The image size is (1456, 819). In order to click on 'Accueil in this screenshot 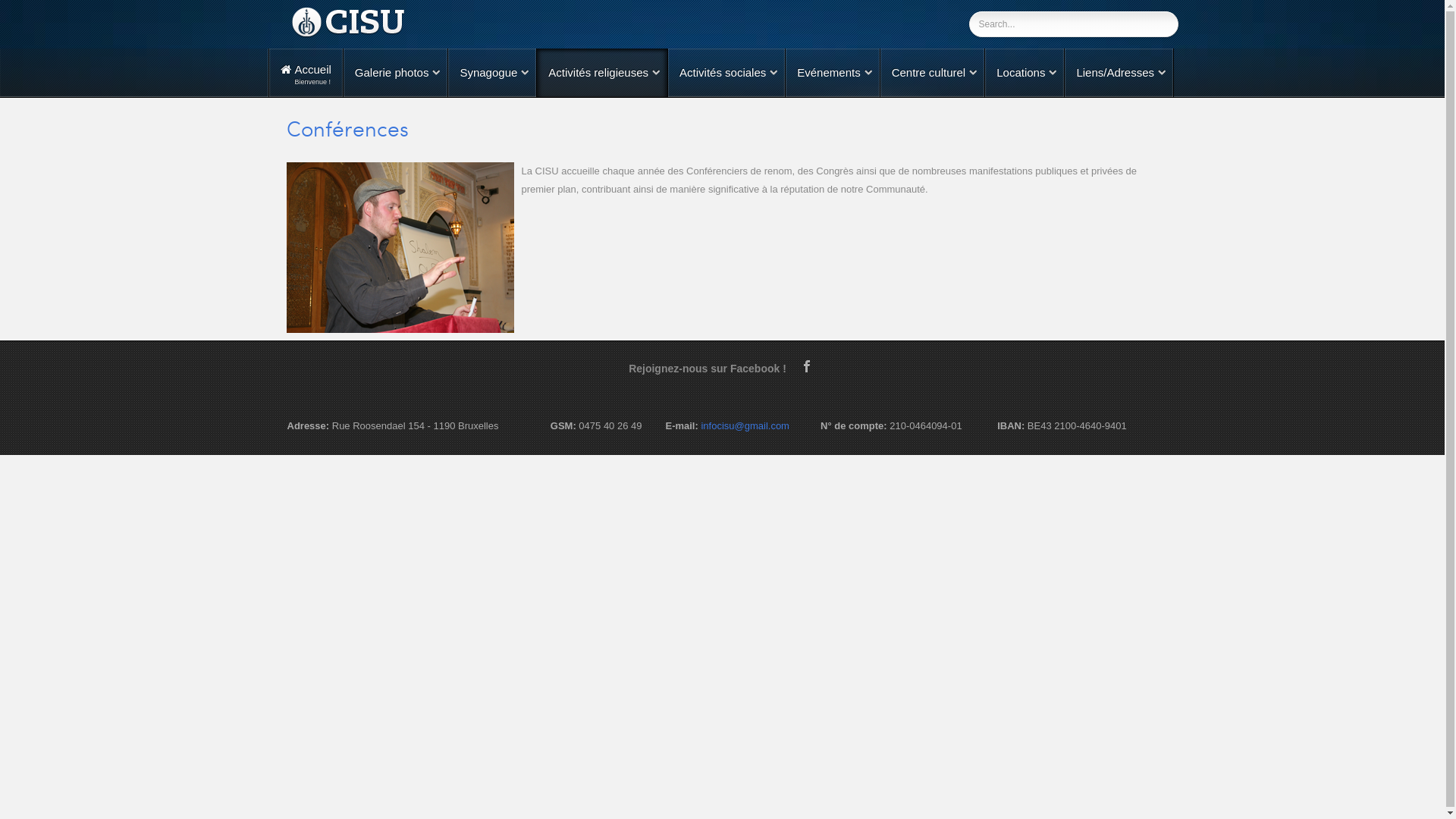, I will do `click(305, 73)`.